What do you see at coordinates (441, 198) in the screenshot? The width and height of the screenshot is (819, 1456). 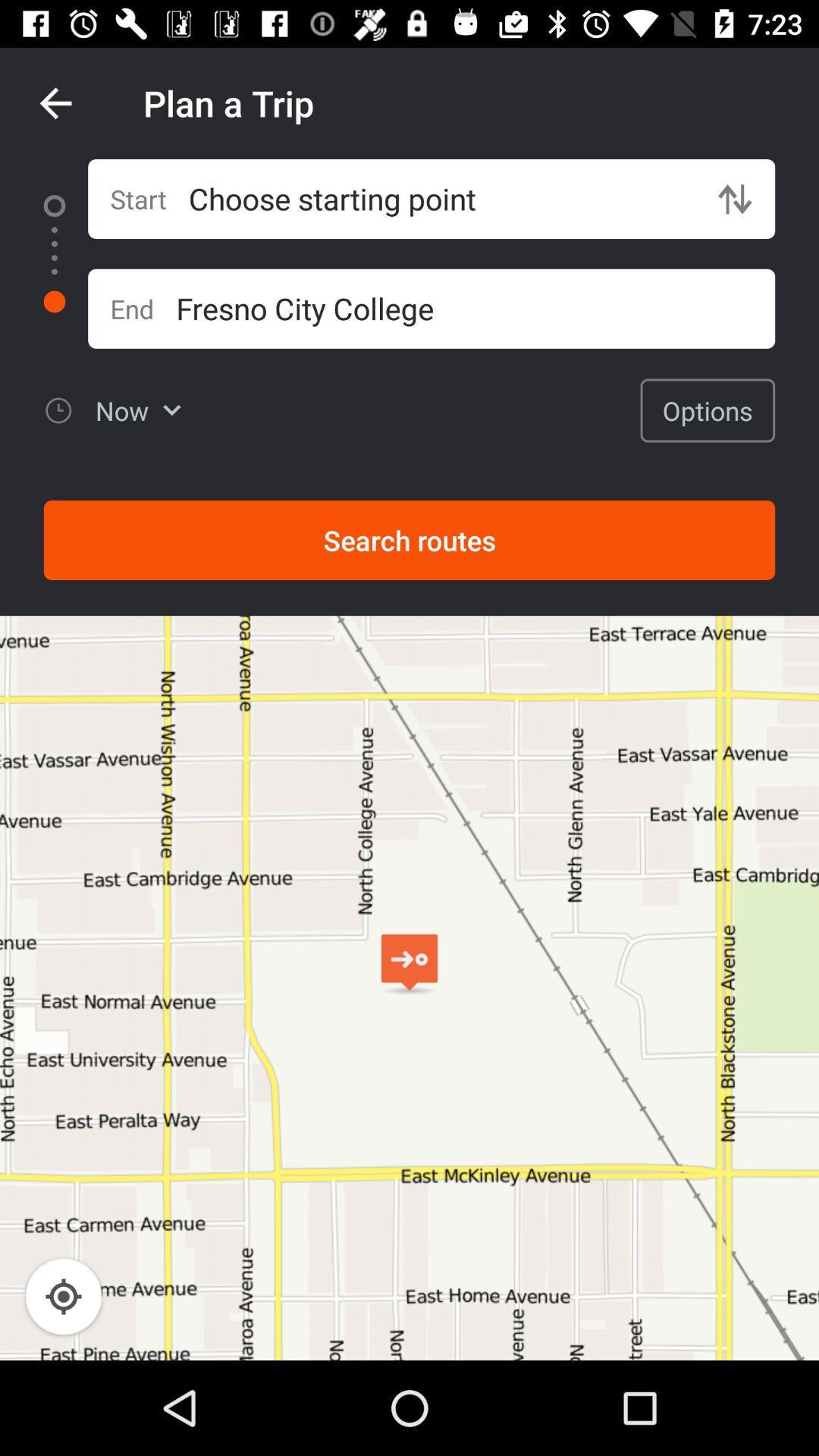 I see `the item below plan a trip icon` at bounding box center [441, 198].